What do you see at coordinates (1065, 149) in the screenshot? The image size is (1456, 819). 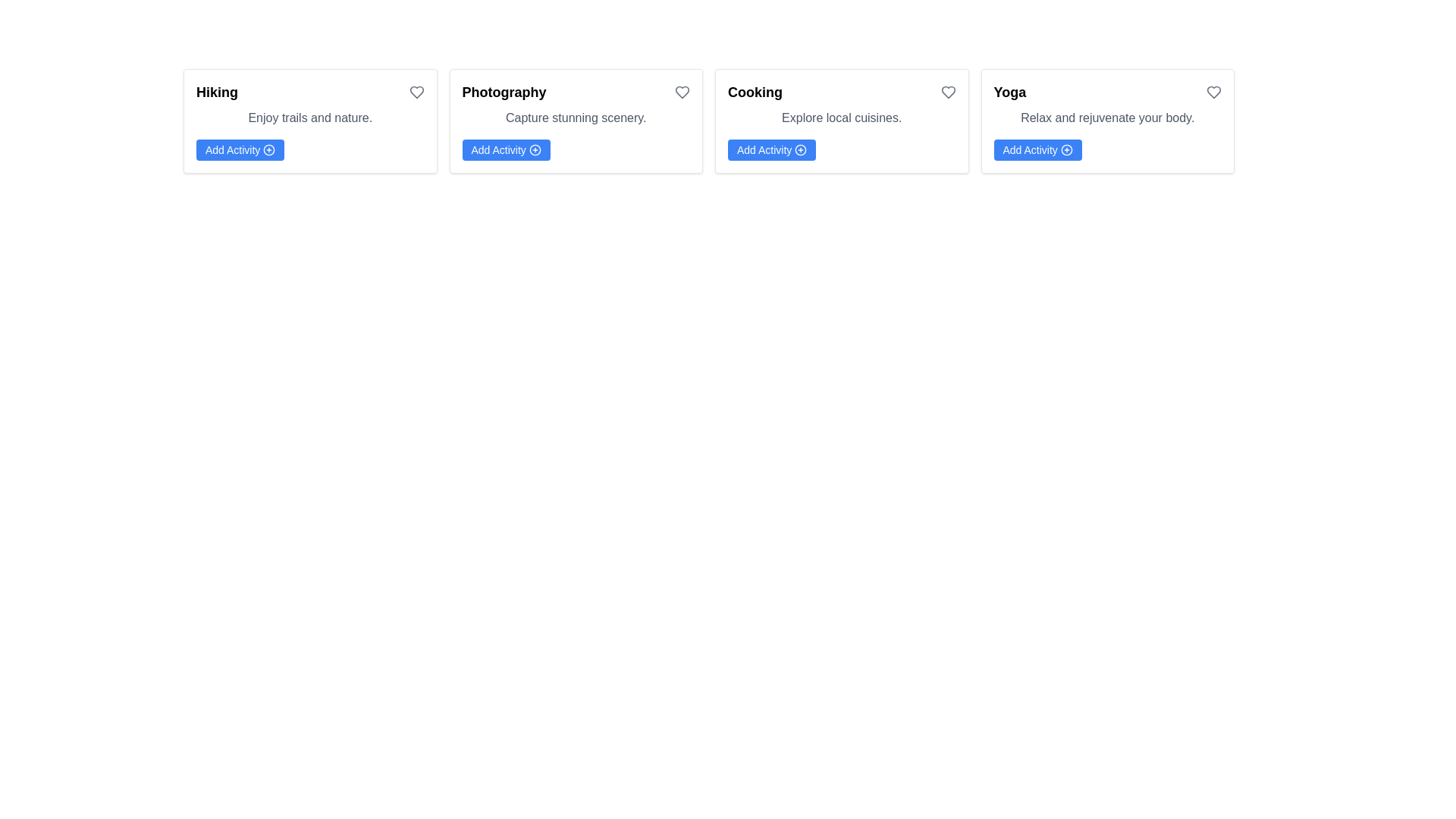 I see `the Decorative Icon, which is a circular blue icon with a plus sign at its center, part of the 'Add Activity' button in the fourth Yoga card` at bounding box center [1065, 149].